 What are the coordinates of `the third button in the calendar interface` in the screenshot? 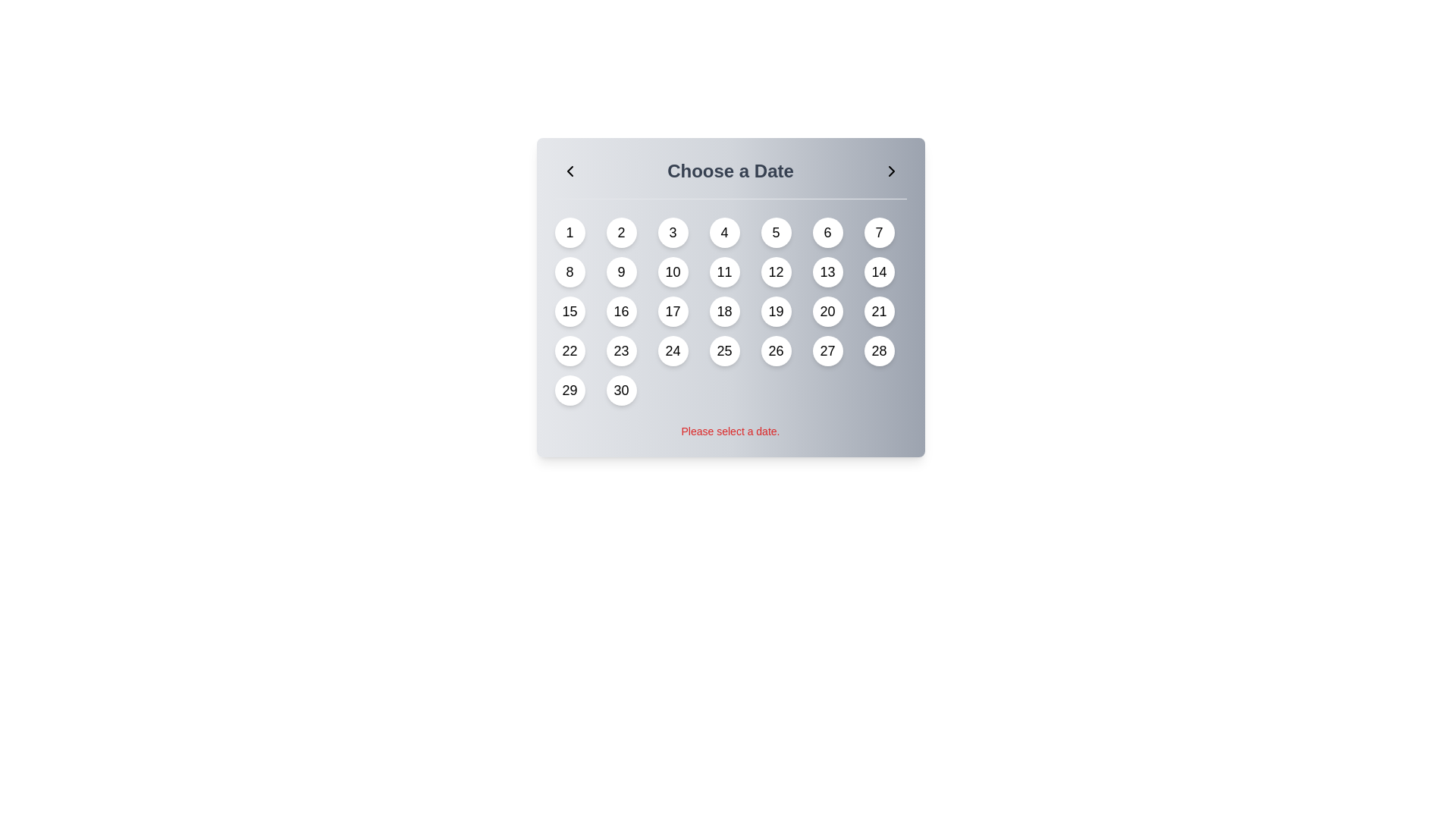 It's located at (672, 233).